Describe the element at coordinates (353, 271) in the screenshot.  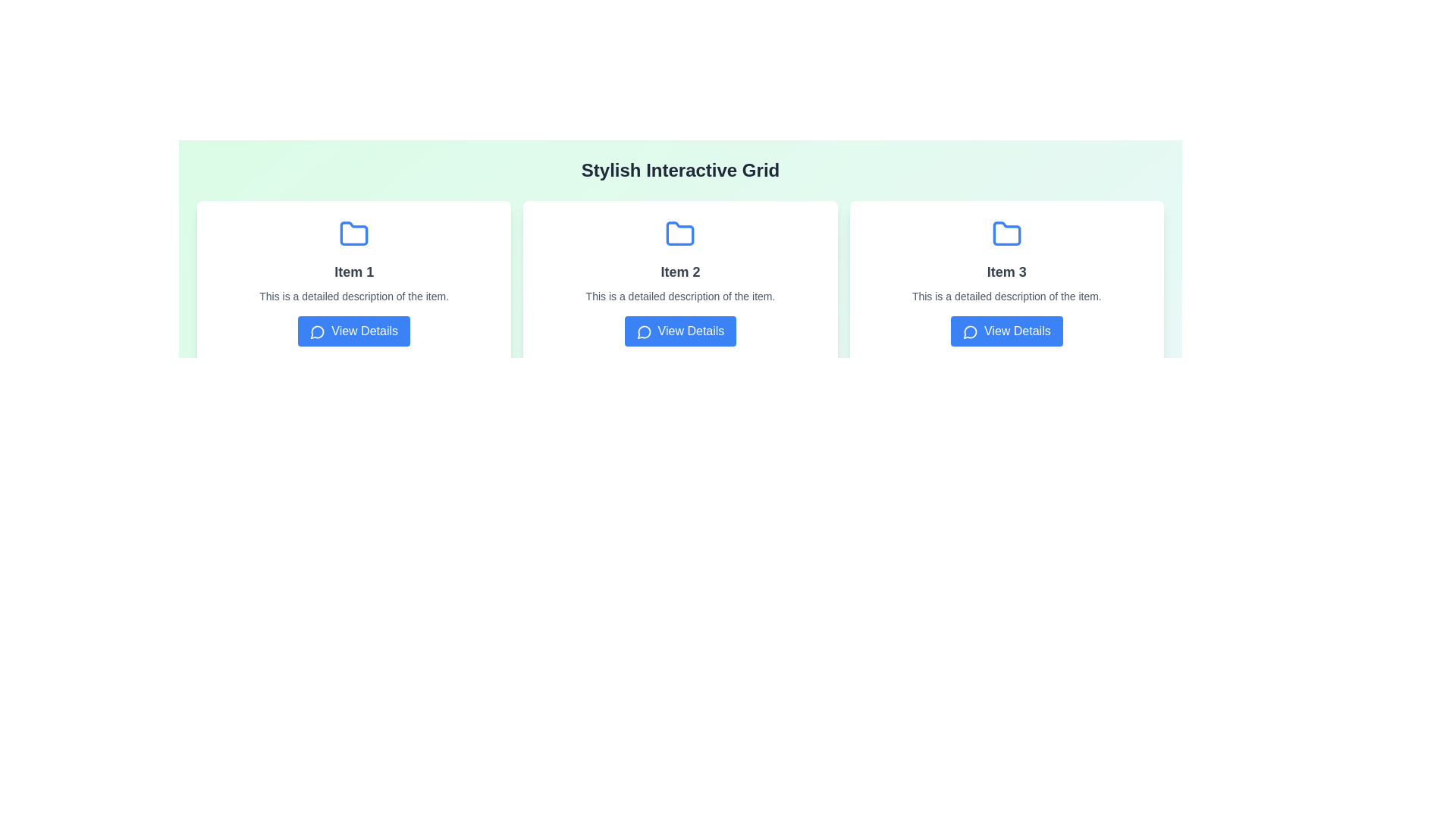
I see `the text label displaying 'Item 1' in bold gray font, located below the blue folder icon in the first card layout` at that location.